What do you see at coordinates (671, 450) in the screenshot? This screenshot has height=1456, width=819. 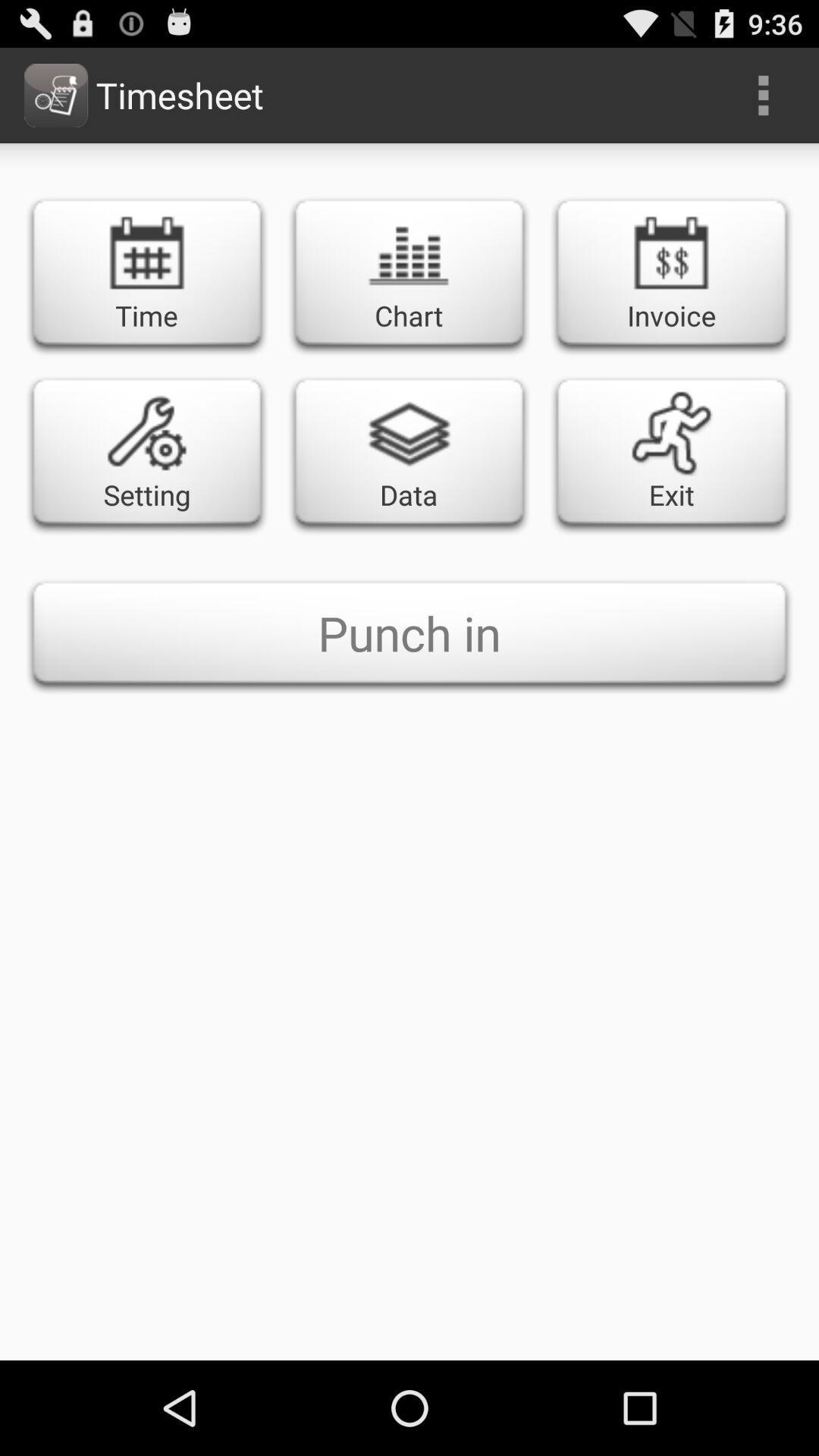 I see `the exit button on the web page` at bounding box center [671, 450].